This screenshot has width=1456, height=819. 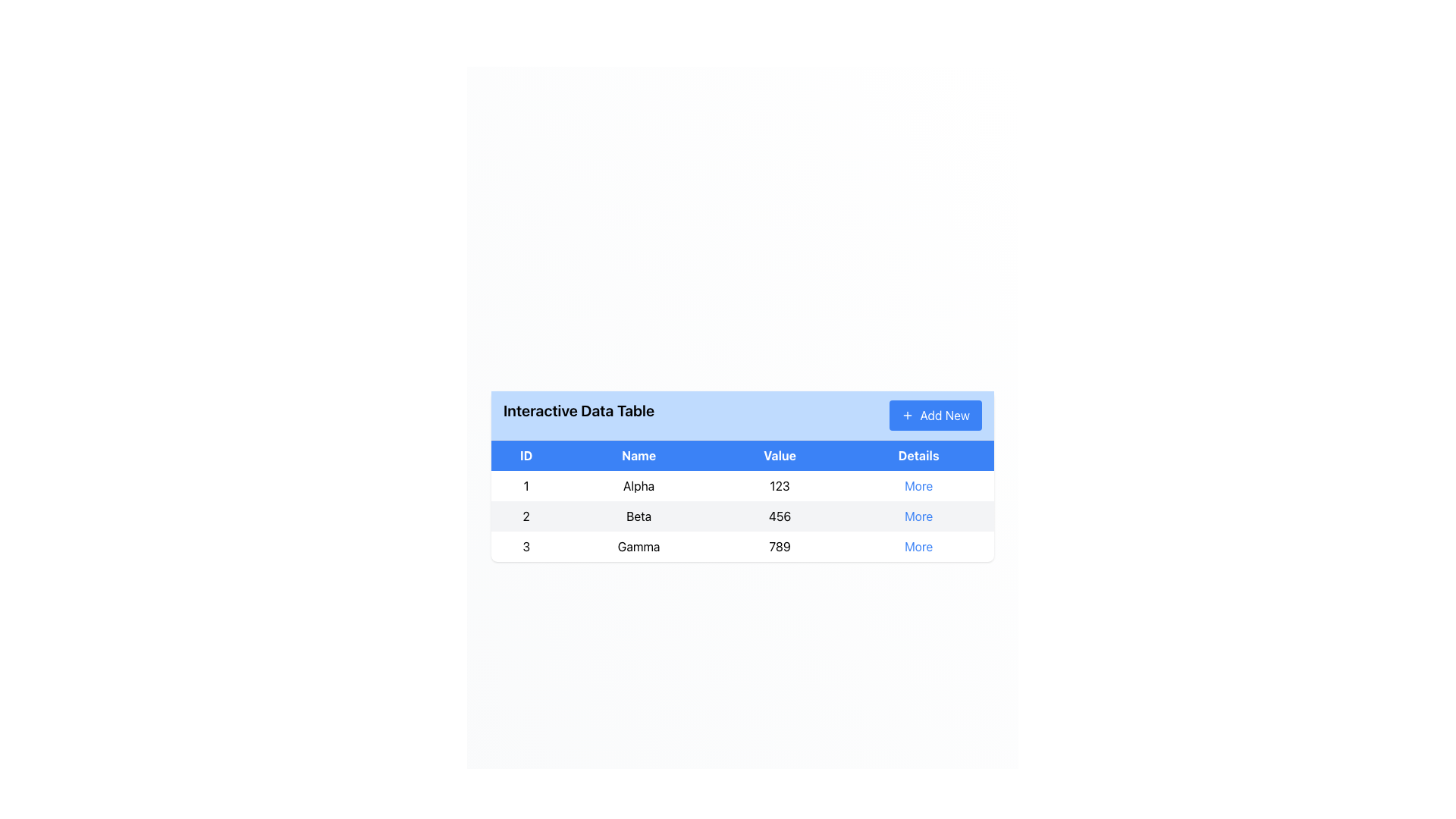 I want to click on the text link styled as 'More' in the 'Details' column of the third row in the table, so click(x=918, y=546).